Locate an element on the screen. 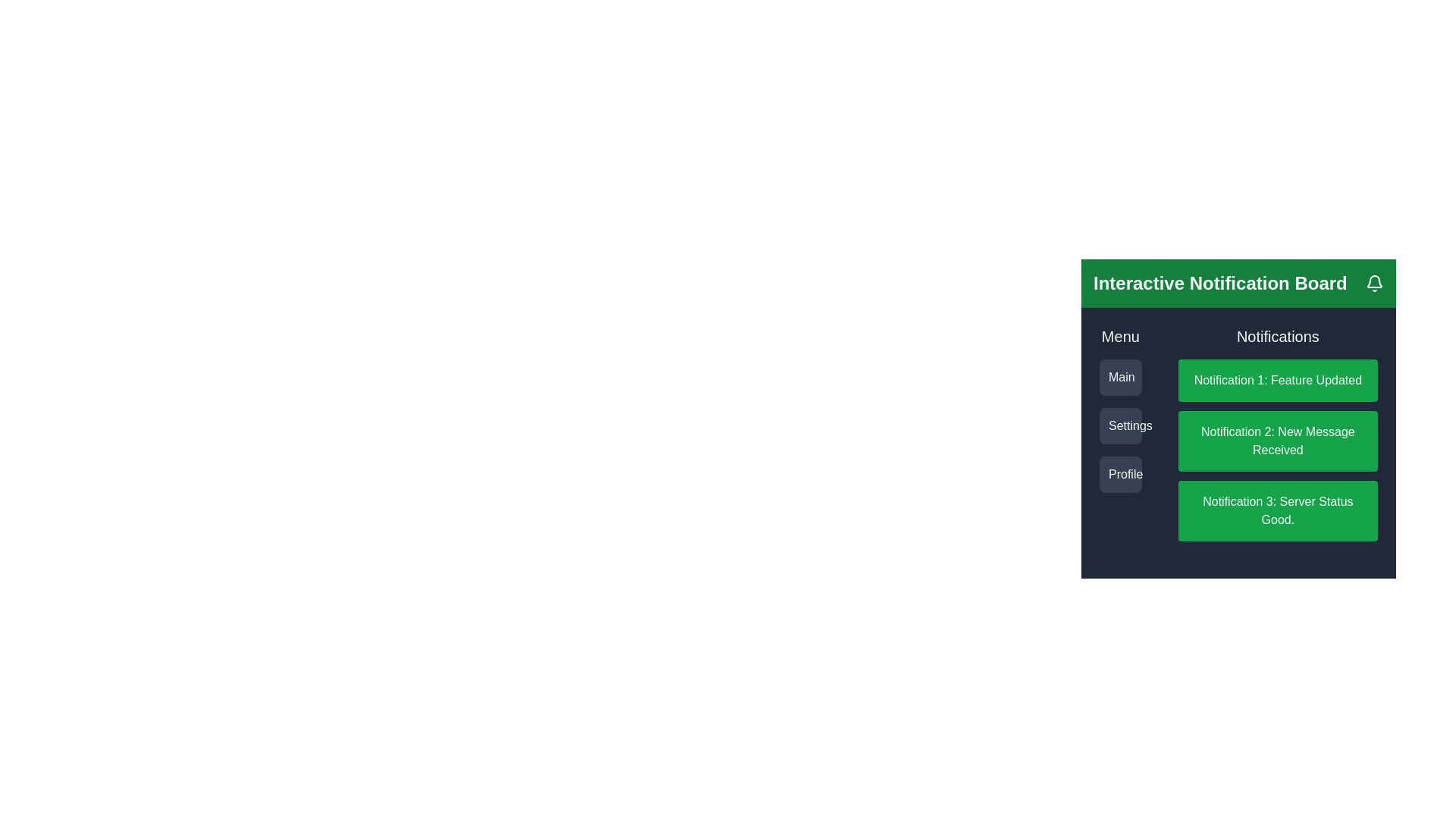 This screenshot has width=1456, height=819. the 'Profile' button, which is a rectangular dark gray button with white text, located below the 'Settings' button in the menu on the left side of the interface is located at coordinates (1120, 473).